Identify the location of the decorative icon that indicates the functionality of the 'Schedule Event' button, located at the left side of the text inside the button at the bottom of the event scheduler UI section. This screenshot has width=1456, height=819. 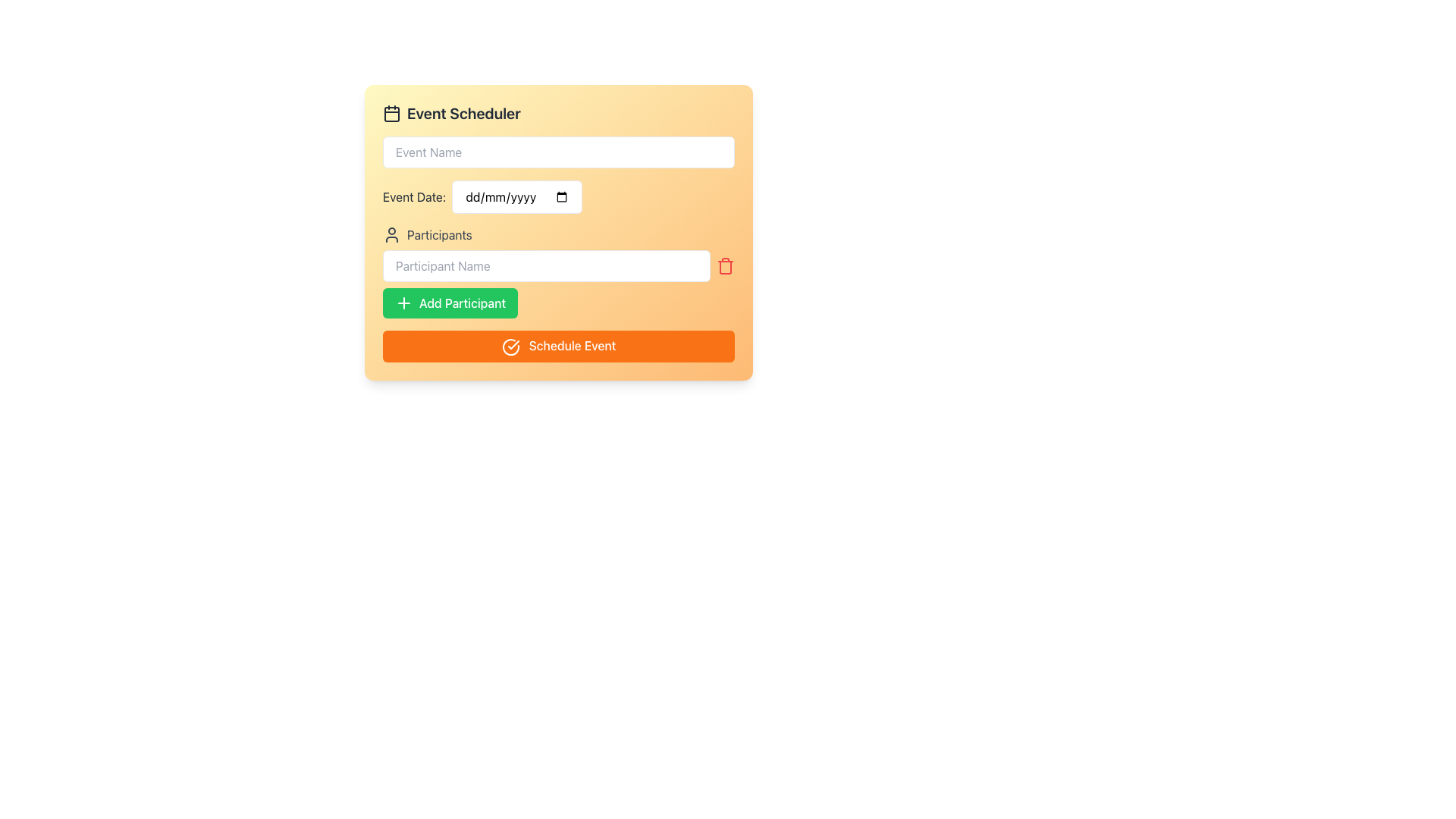
(510, 347).